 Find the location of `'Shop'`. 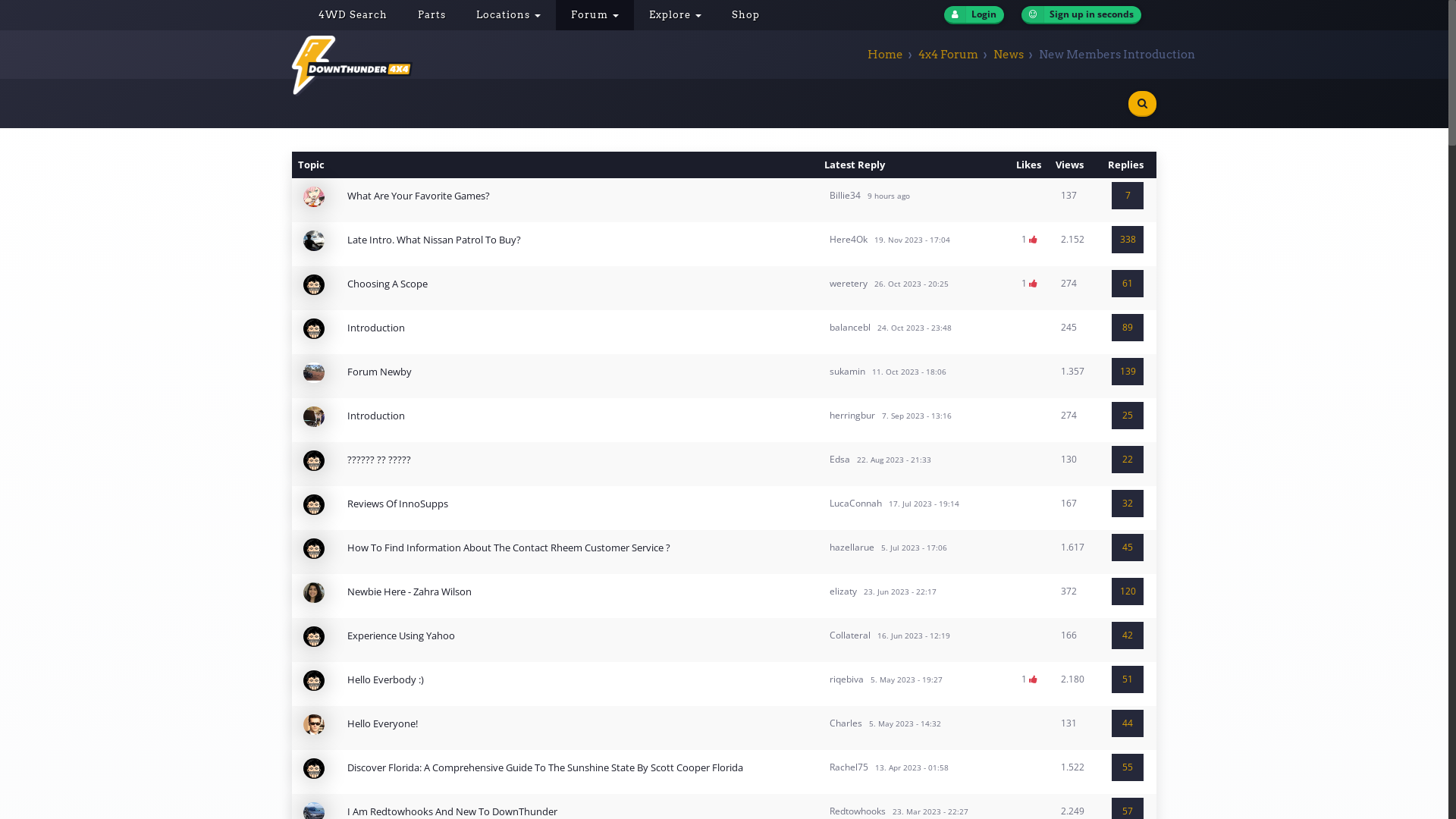

'Shop' is located at coordinates (745, 14).